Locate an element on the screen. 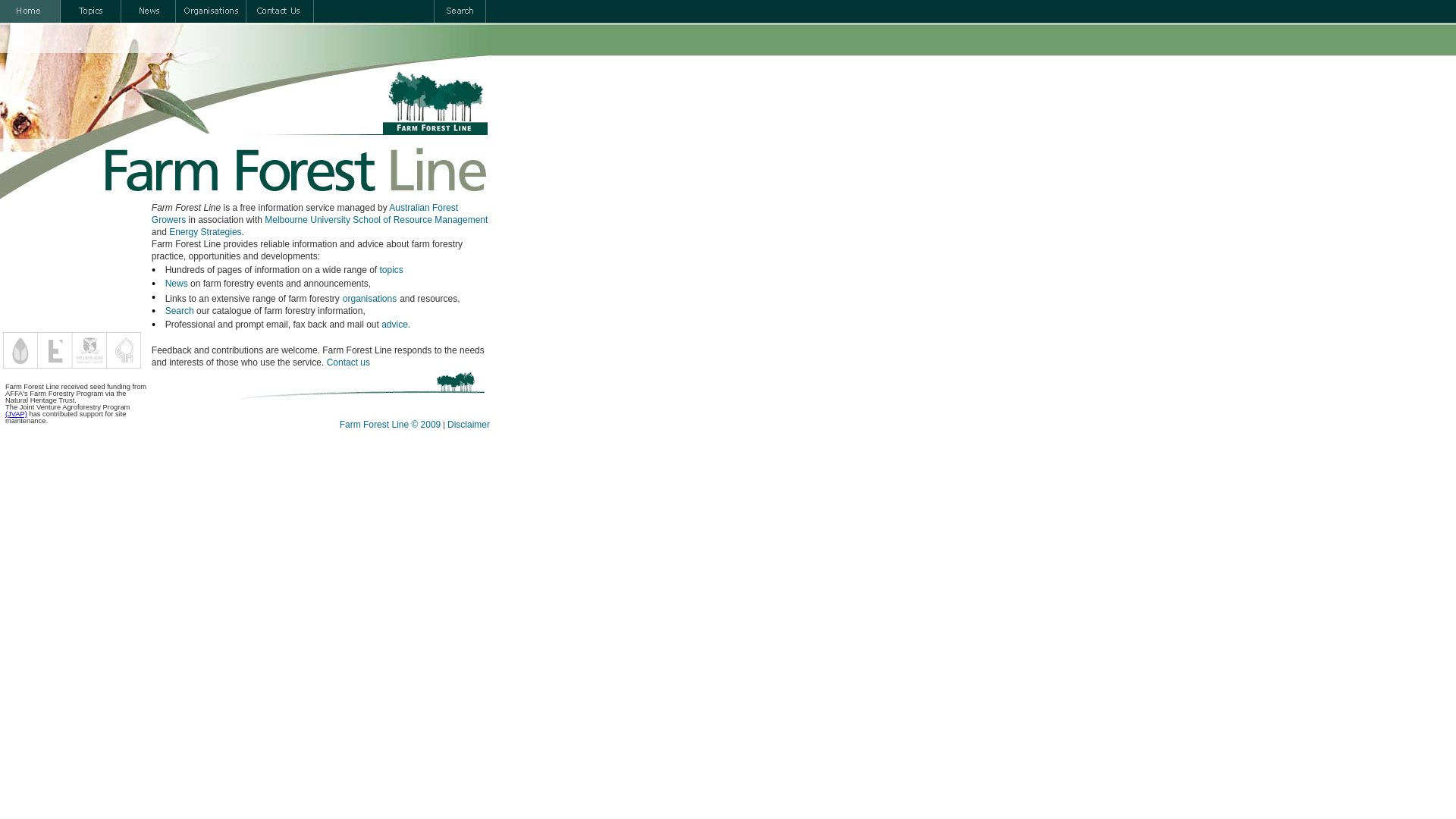 The image size is (1456, 819). 'organisations' is located at coordinates (369, 298).